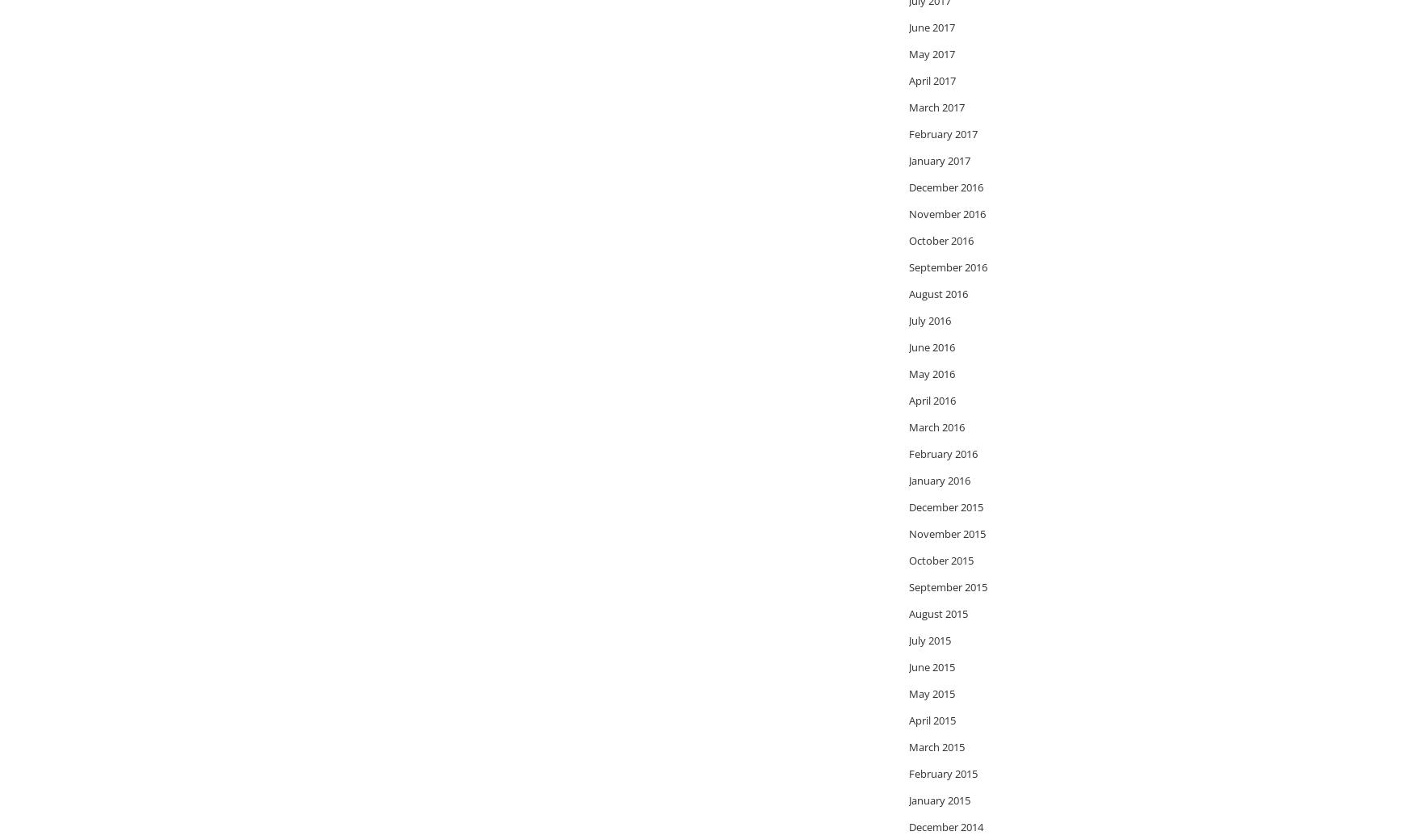  I want to click on 'May 2016', so click(931, 372).